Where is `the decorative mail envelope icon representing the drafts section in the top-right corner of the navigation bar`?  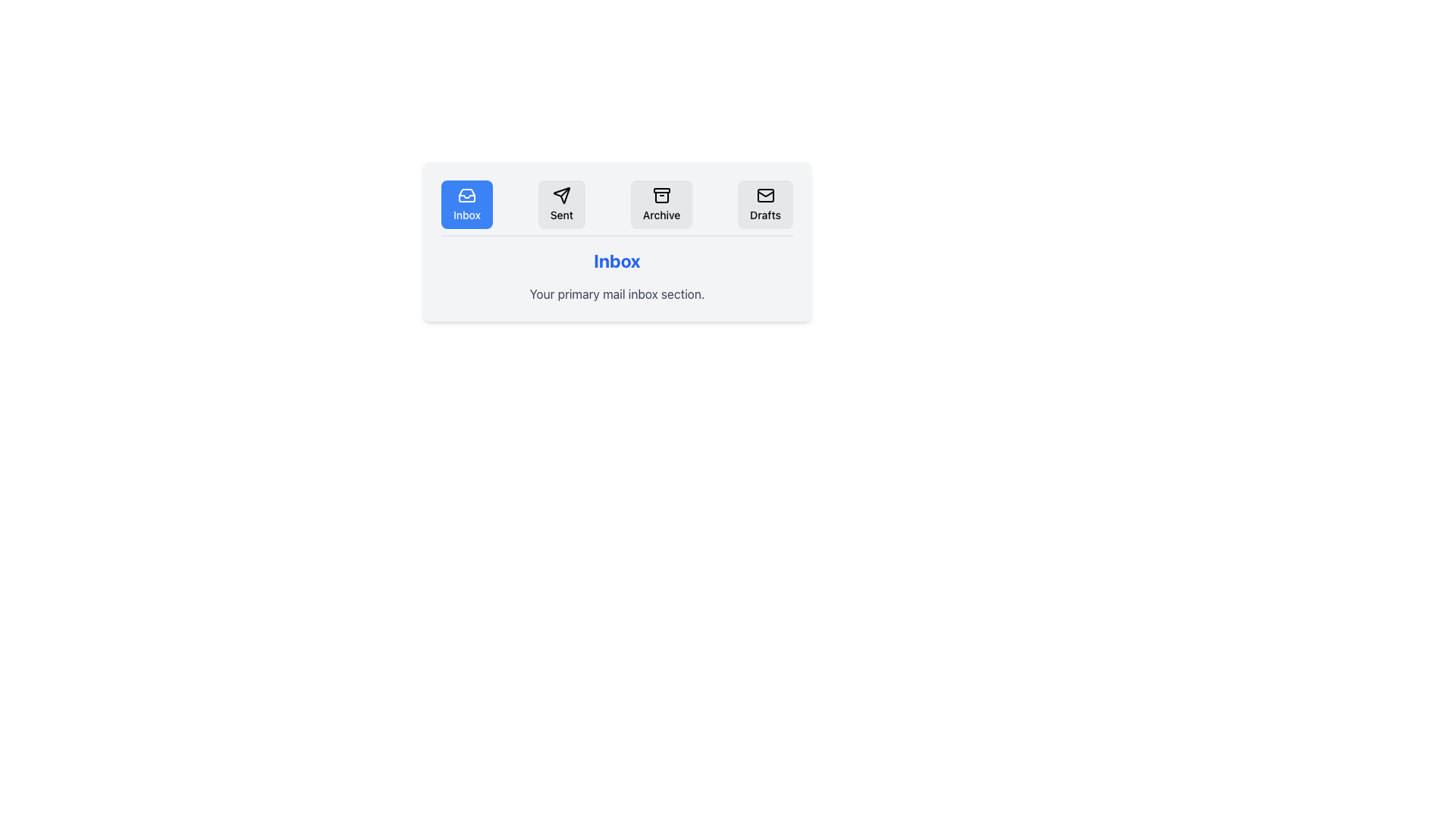 the decorative mail envelope icon representing the drafts section in the top-right corner of the navigation bar is located at coordinates (765, 195).